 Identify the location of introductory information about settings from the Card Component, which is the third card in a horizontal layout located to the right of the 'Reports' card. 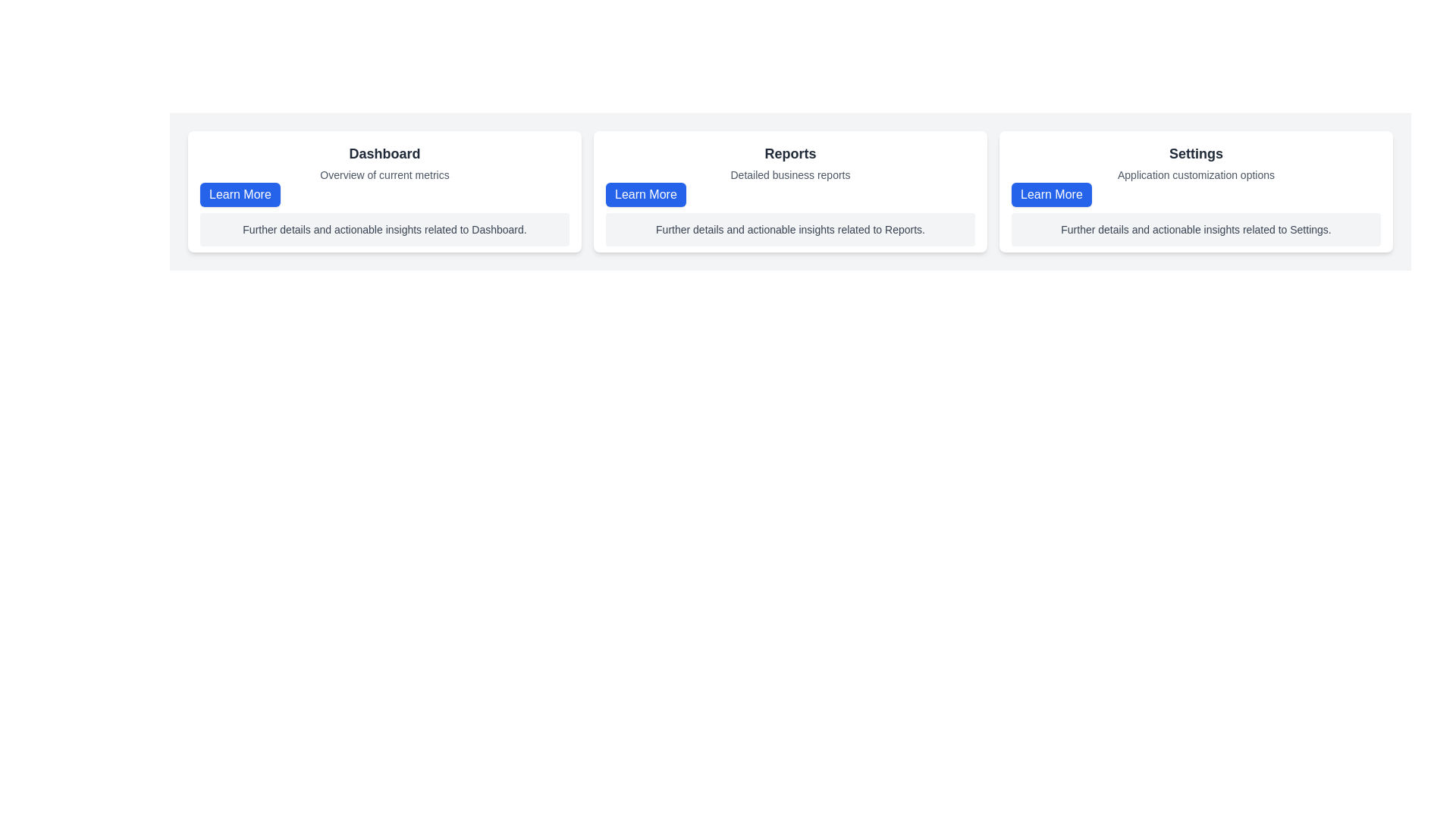
(1195, 191).